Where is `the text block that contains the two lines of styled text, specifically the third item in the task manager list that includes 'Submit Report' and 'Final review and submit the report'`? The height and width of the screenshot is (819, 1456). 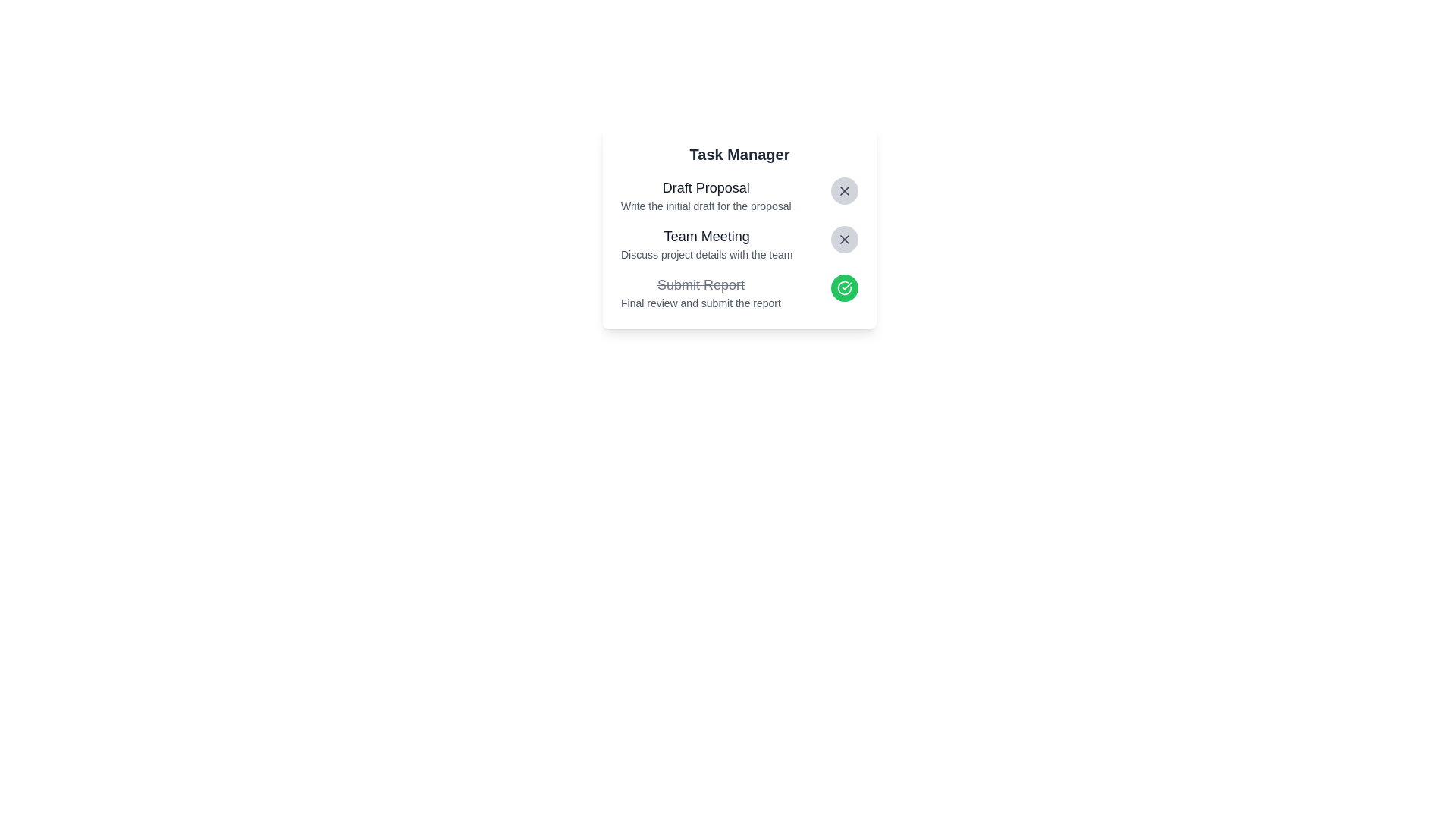
the text block that contains the two lines of styled text, specifically the third item in the task manager list that includes 'Submit Report' and 'Final review and submit the report' is located at coordinates (700, 292).